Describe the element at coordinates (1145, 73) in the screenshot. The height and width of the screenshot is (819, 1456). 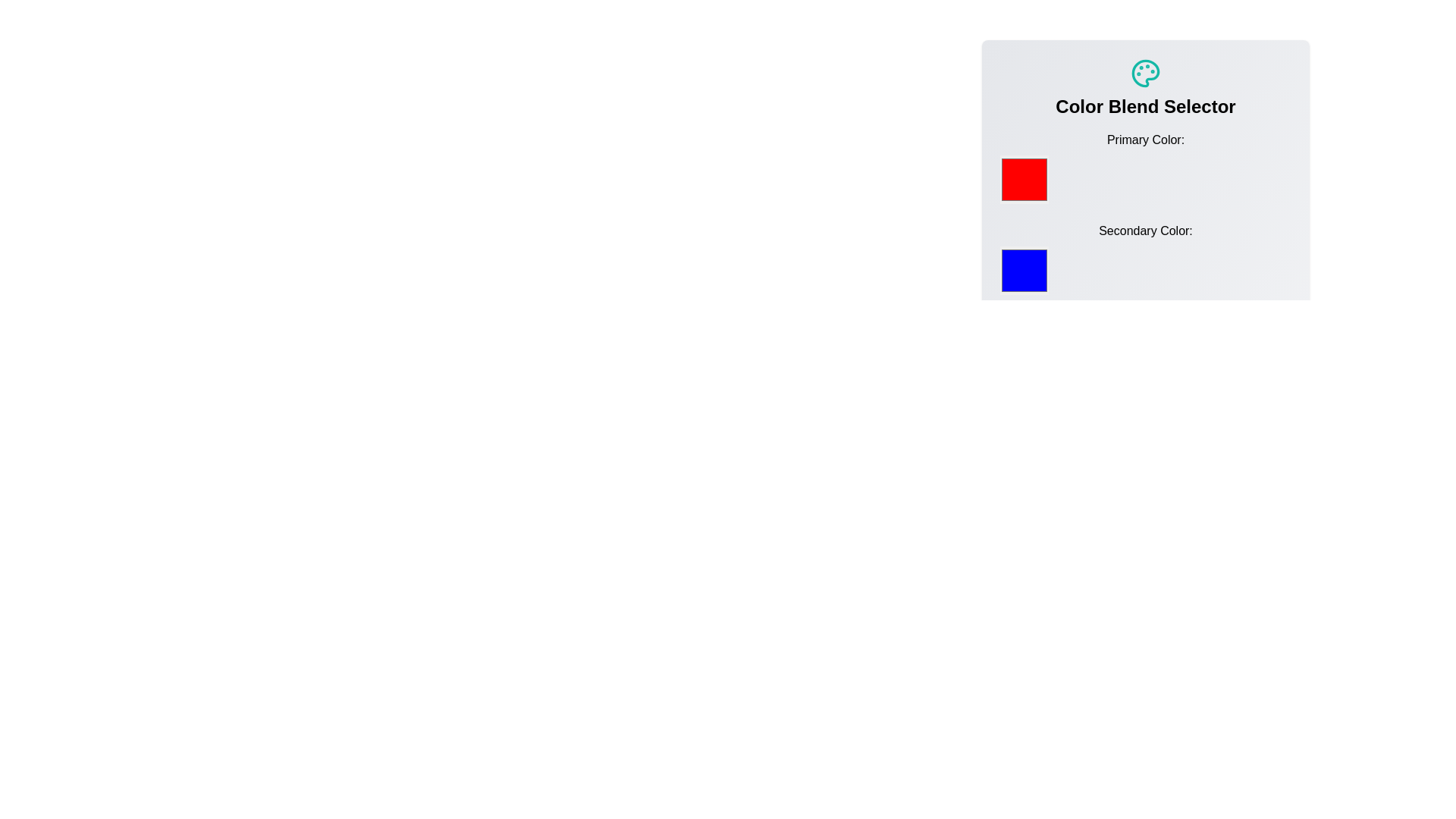
I see `the artist's palette icon with teal accents located at the top center of the 'Color Blend Selector' component, directly above the corresponding text, if it has interactive functionality` at that location.